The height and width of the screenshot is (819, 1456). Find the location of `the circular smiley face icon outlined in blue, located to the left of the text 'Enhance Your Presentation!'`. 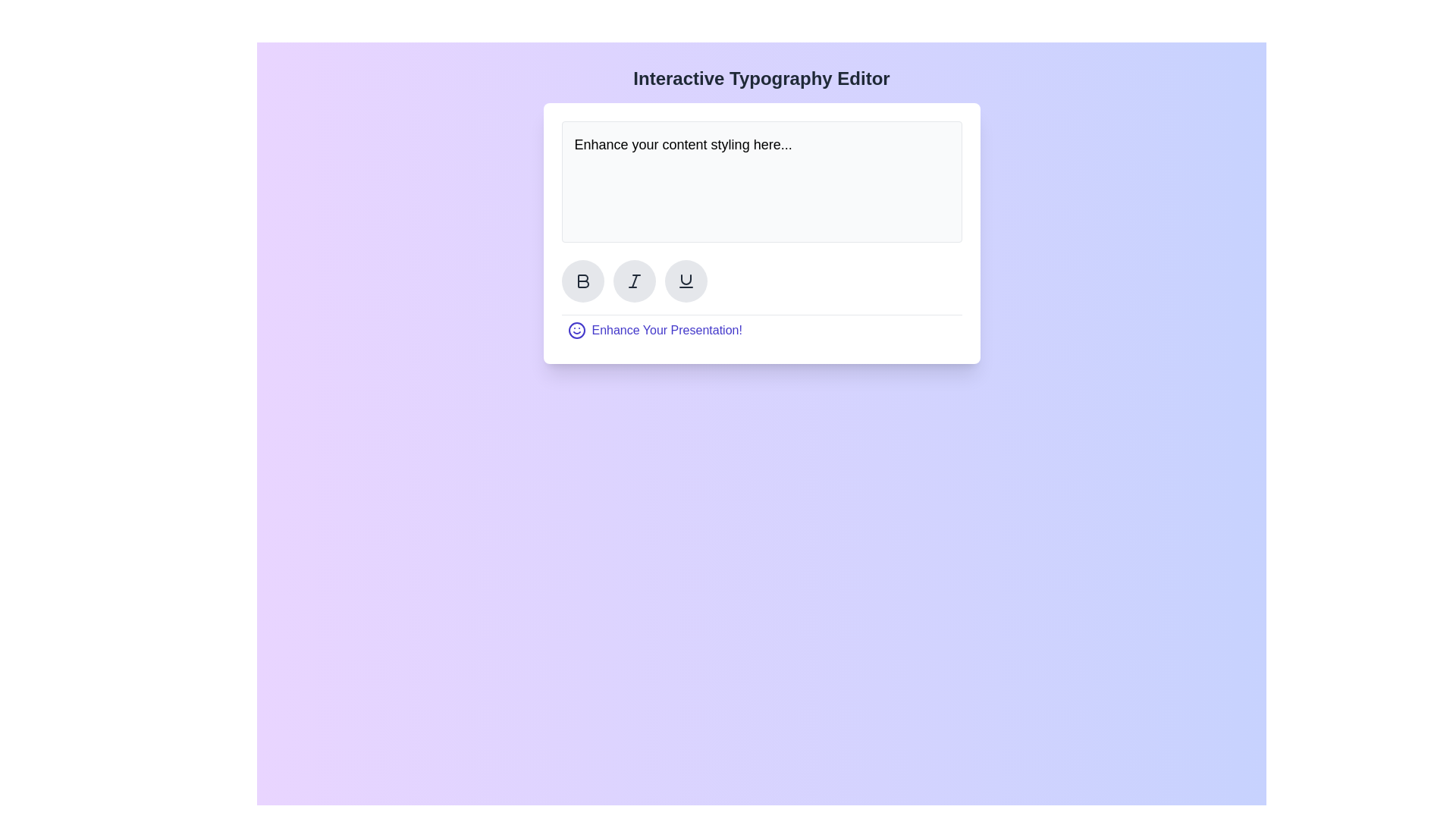

the circular smiley face icon outlined in blue, located to the left of the text 'Enhance Your Presentation!' is located at coordinates (576, 329).